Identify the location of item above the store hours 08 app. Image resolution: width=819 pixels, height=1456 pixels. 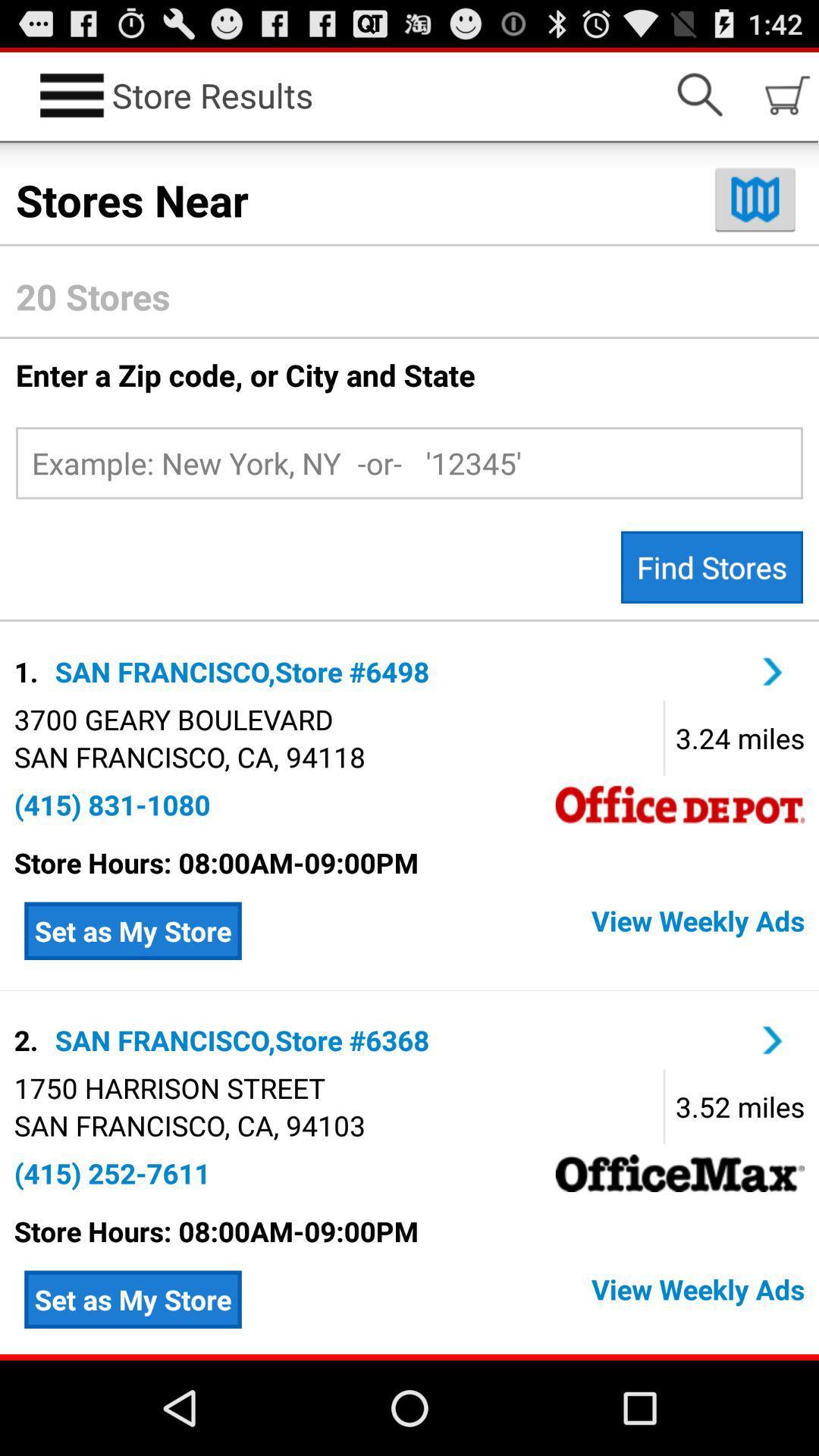
(111, 804).